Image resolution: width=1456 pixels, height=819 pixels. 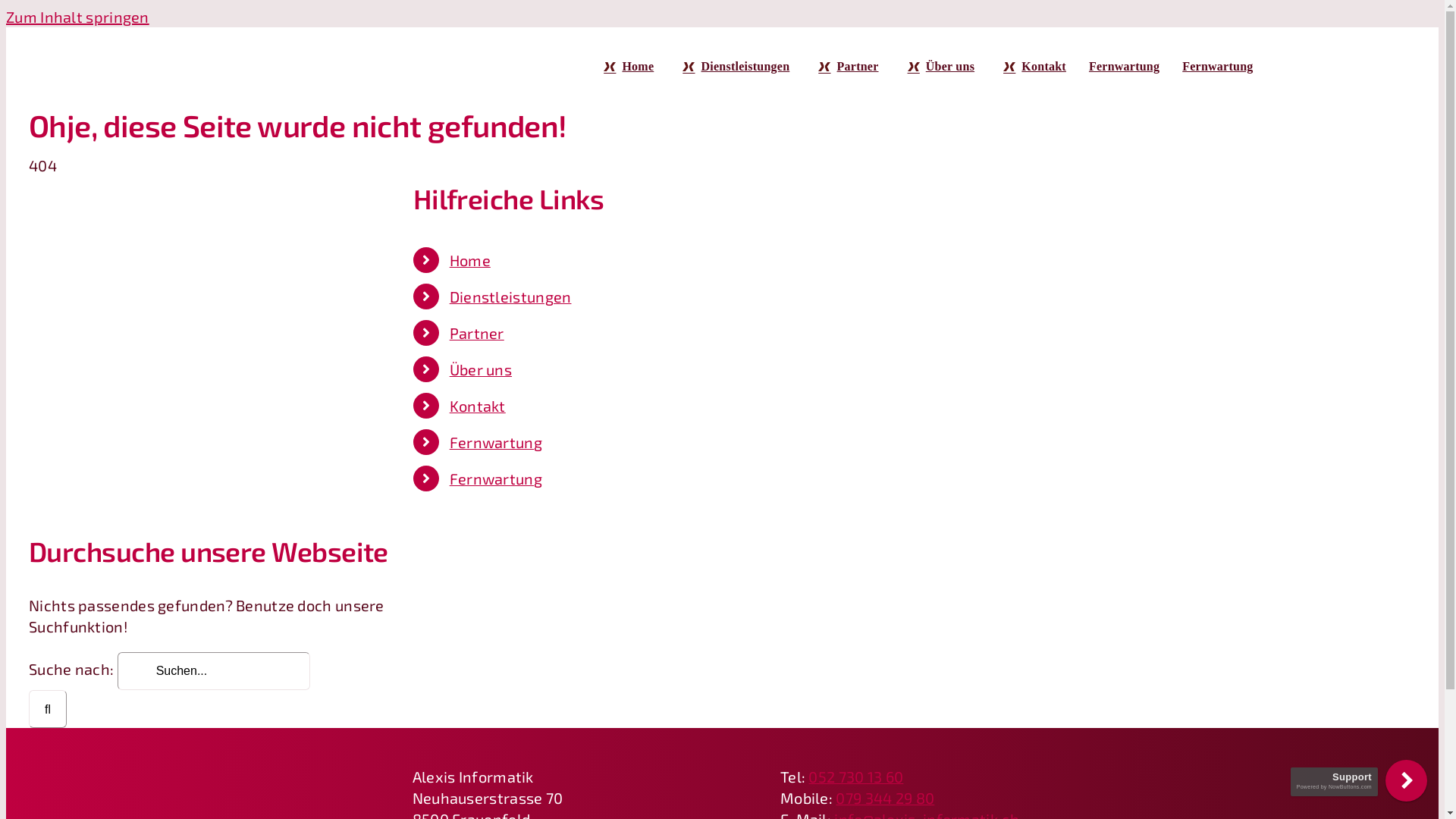 What do you see at coordinates (1031, 66) in the screenshot?
I see `'Kontakt'` at bounding box center [1031, 66].